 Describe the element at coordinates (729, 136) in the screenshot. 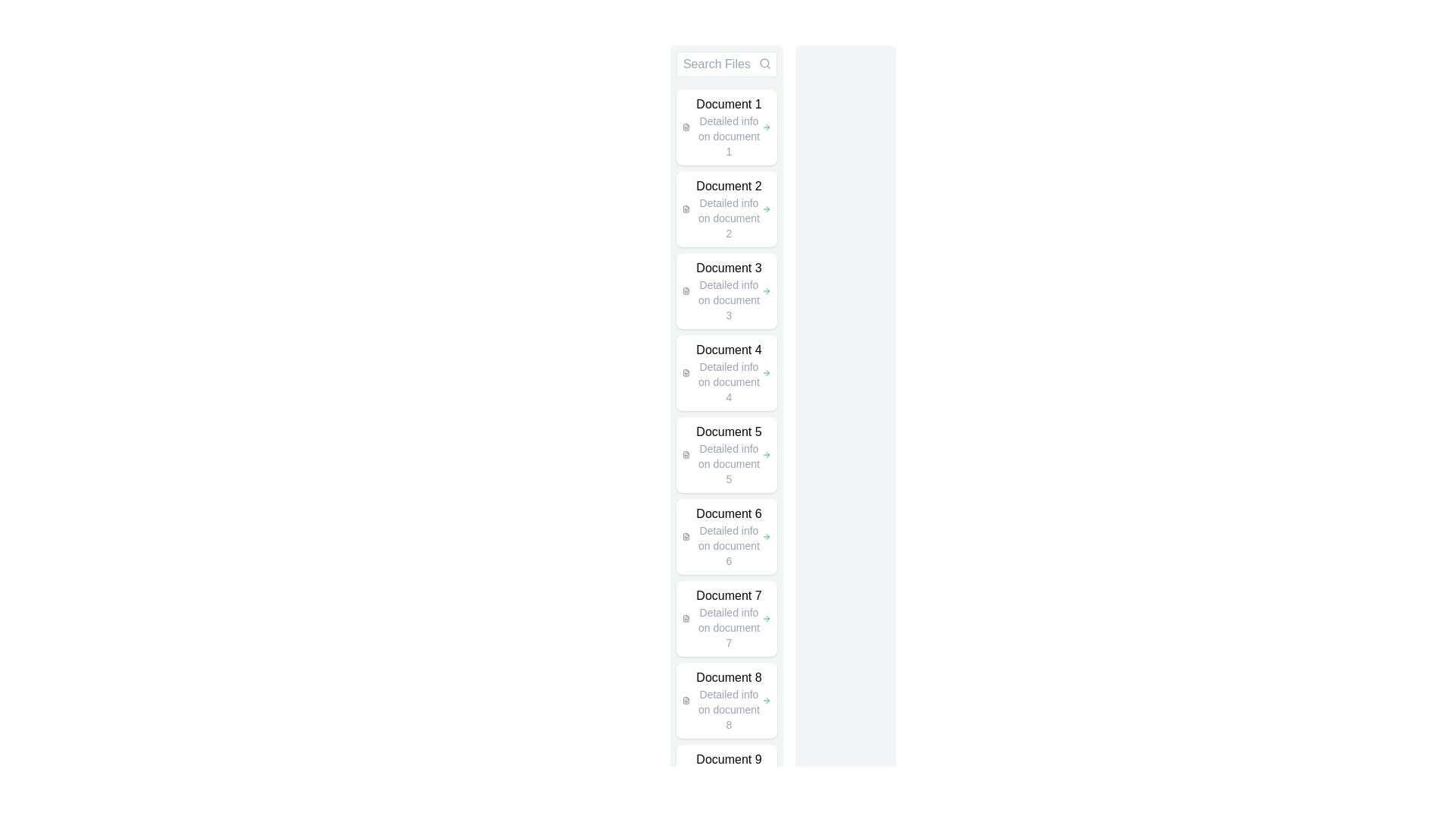

I see `the small-sized gray text element that reads 'Detailed info on document 1', located directly under the 'Document 1' heading in the document list` at that location.